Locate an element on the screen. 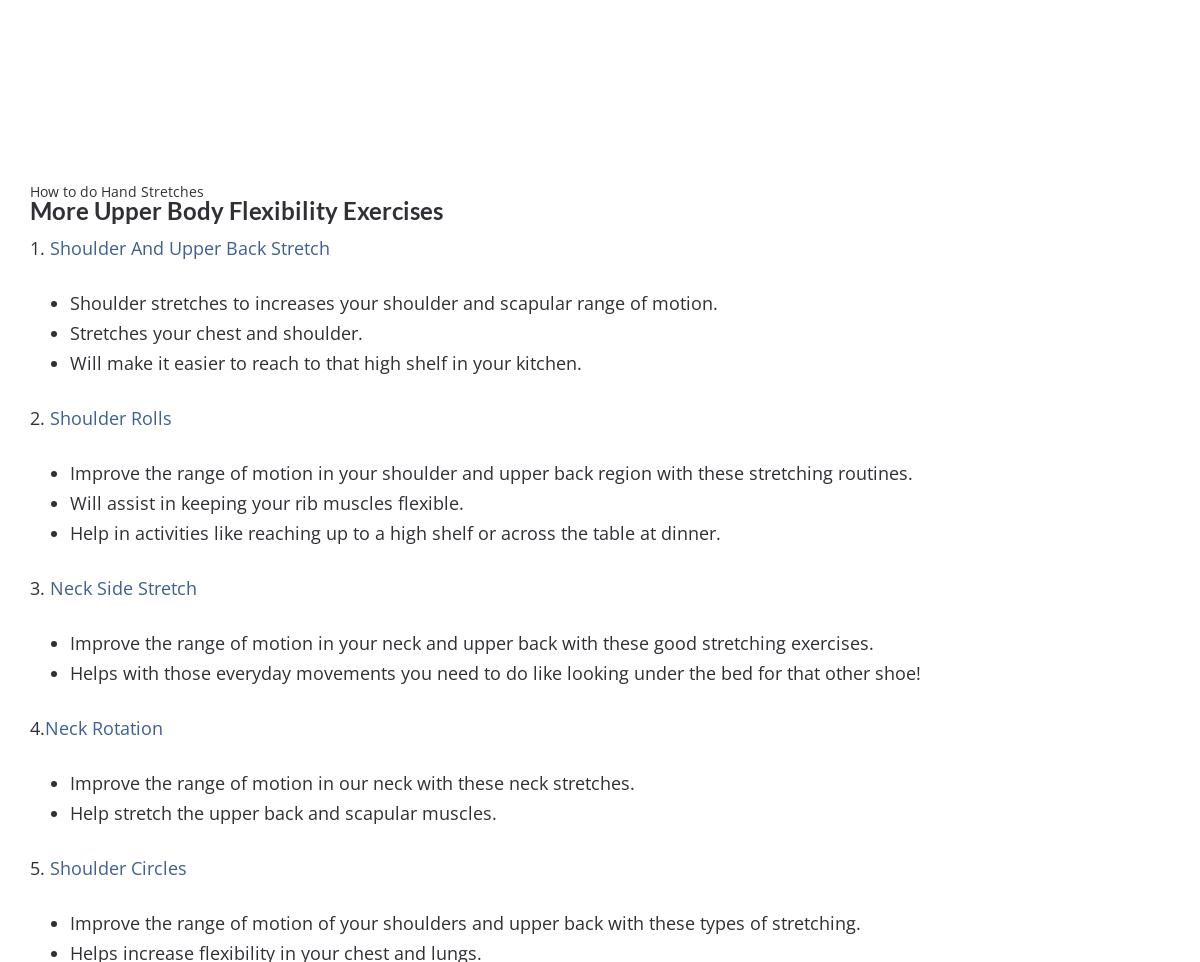  '3.' is located at coordinates (39, 586).